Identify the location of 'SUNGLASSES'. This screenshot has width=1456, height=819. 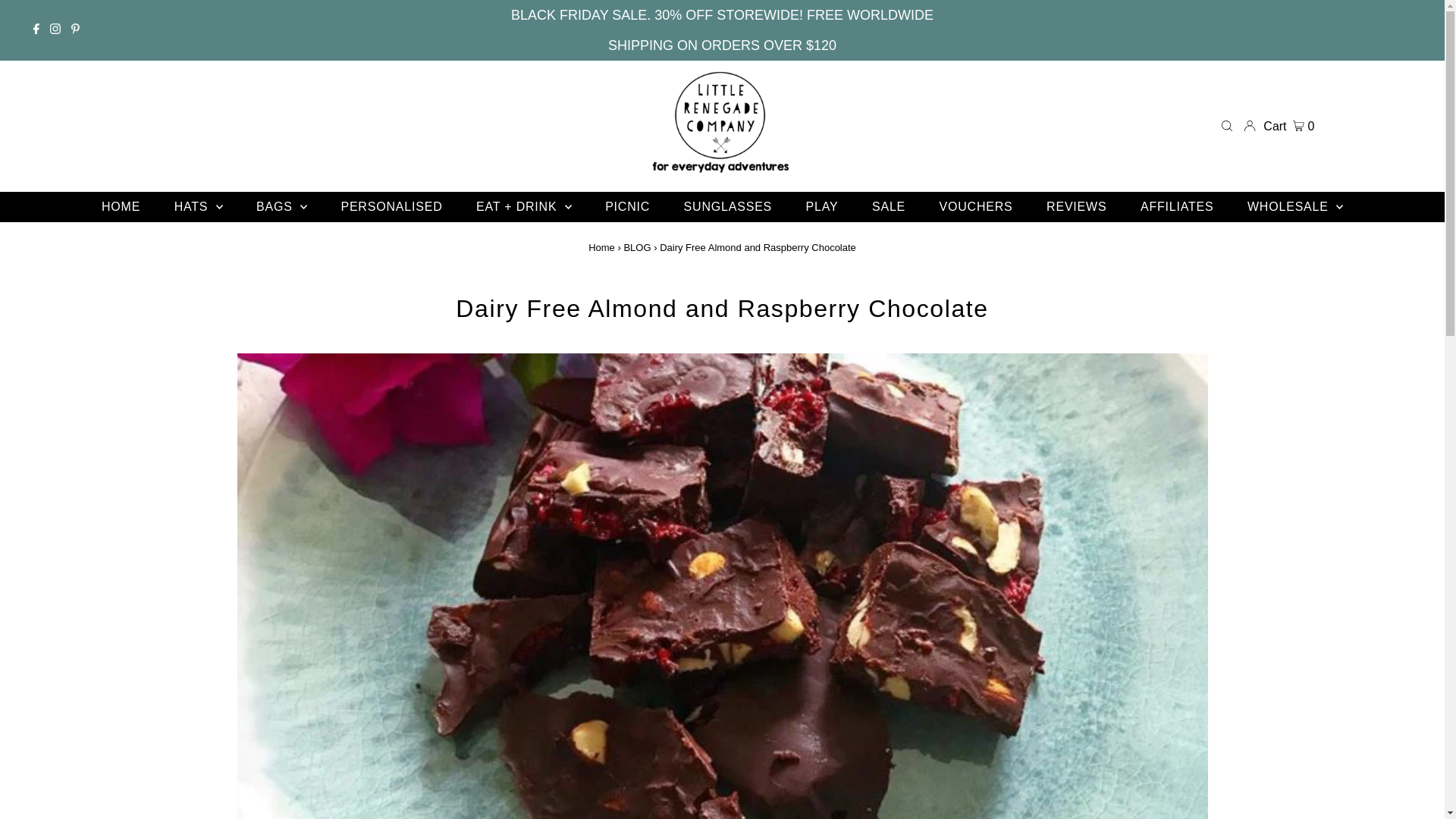
(668, 207).